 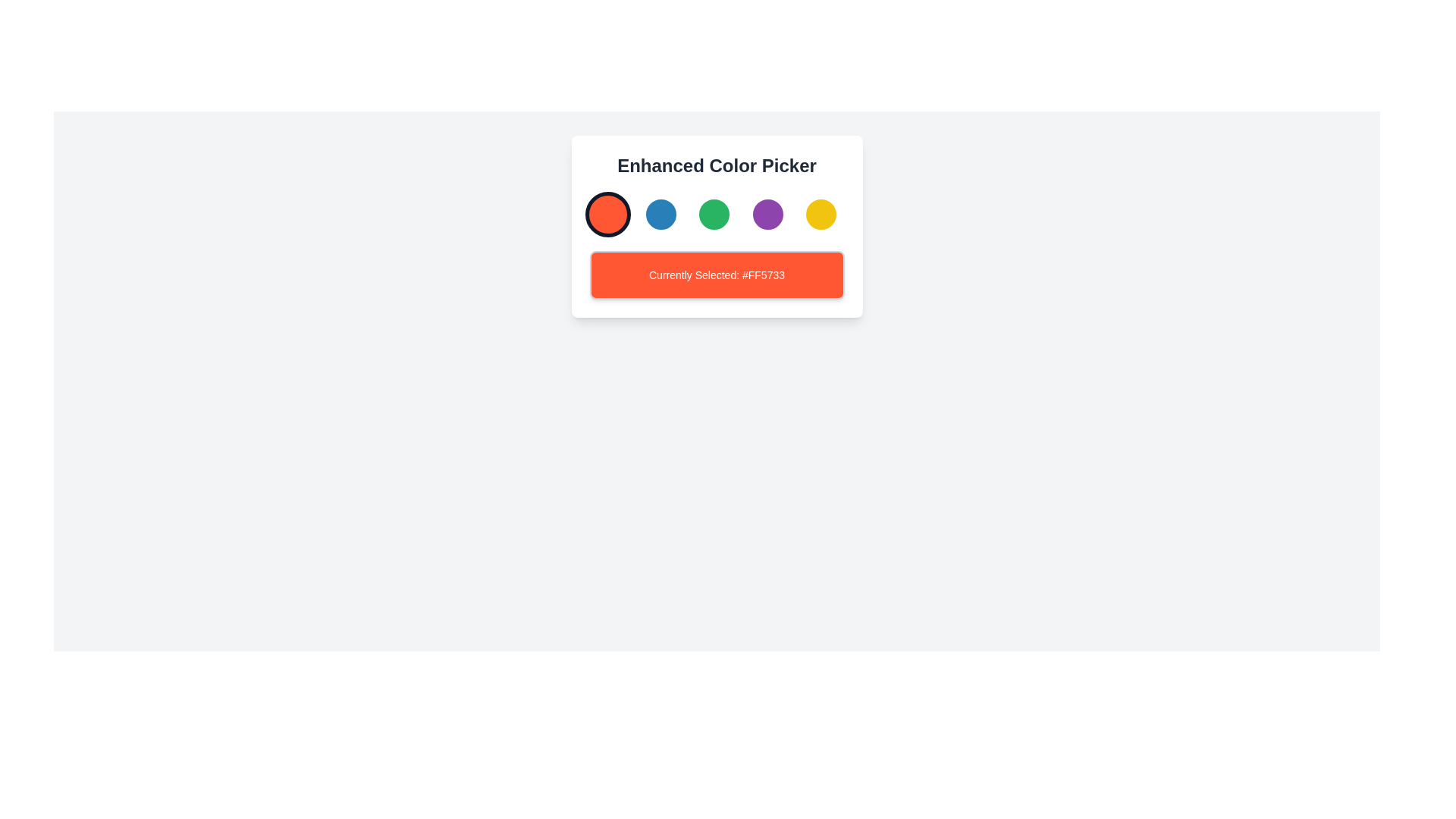 What do you see at coordinates (607, 214) in the screenshot?
I see `the first circular button with a red-orange color and black border, located in the card labeled 'Enhanced Color Picker'` at bounding box center [607, 214].